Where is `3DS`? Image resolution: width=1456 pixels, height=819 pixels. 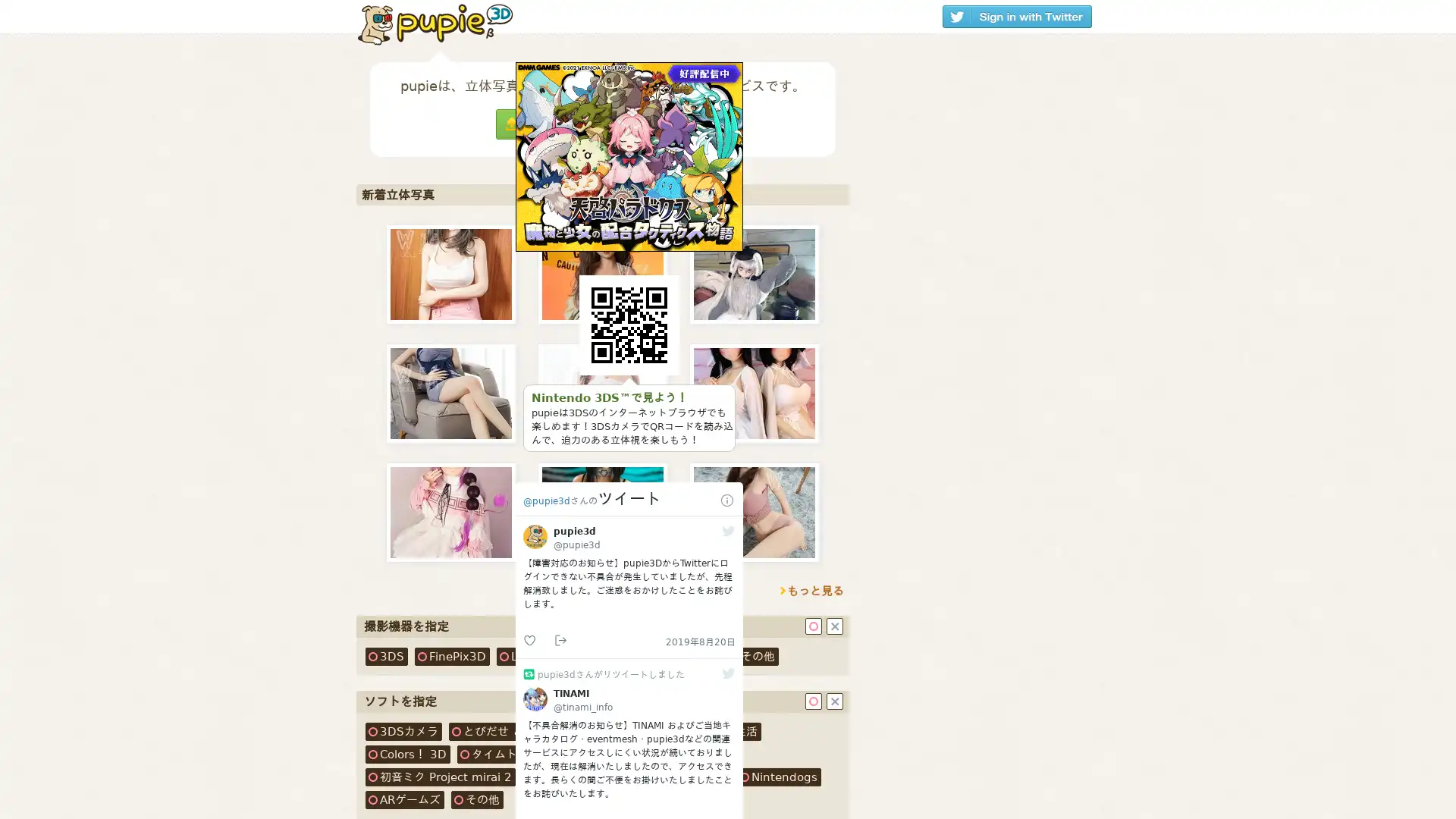 3DS is located at coordinates (403, 730).